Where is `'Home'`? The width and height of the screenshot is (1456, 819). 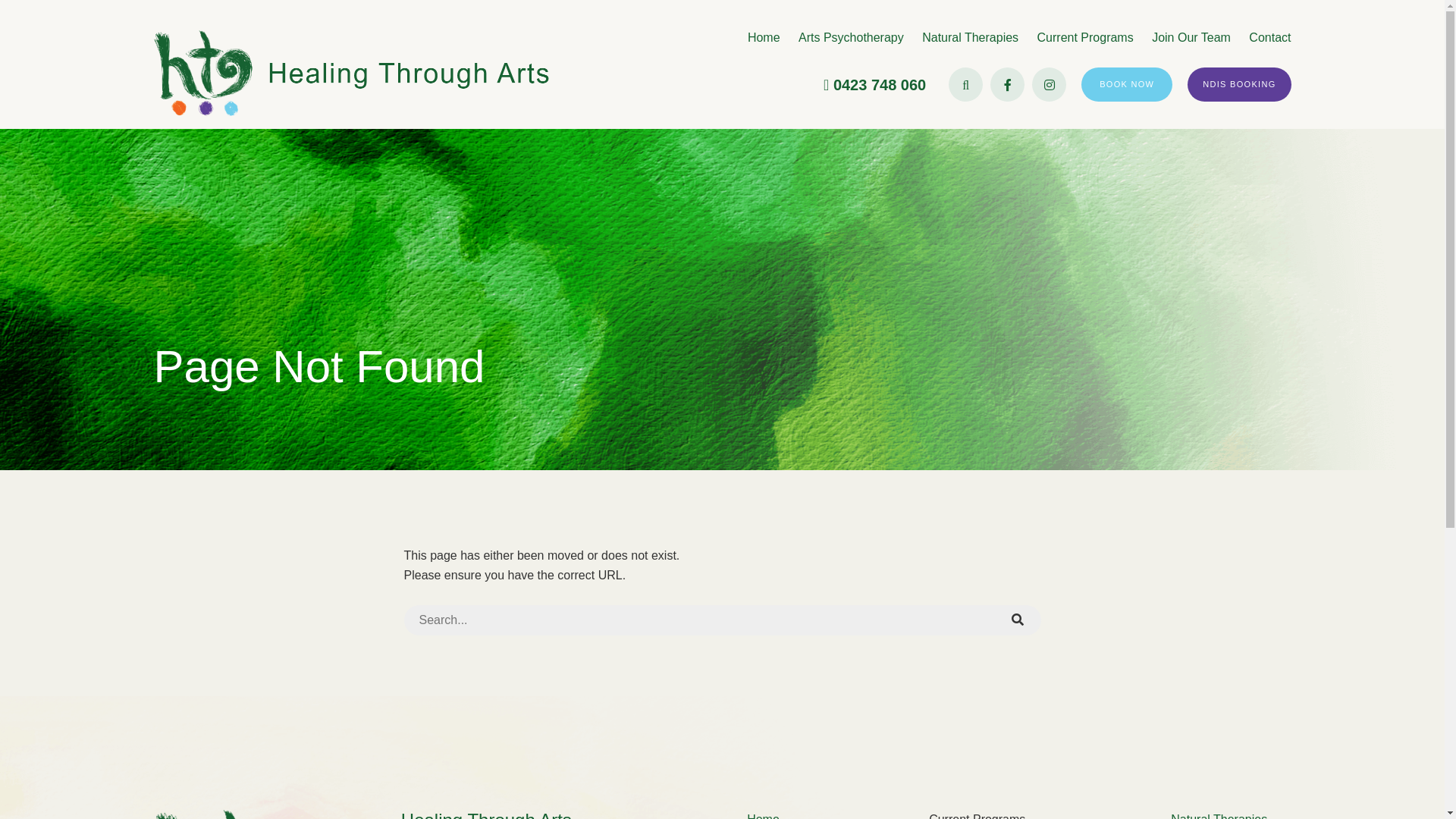 'Home' is located at coordinates (764, 36).